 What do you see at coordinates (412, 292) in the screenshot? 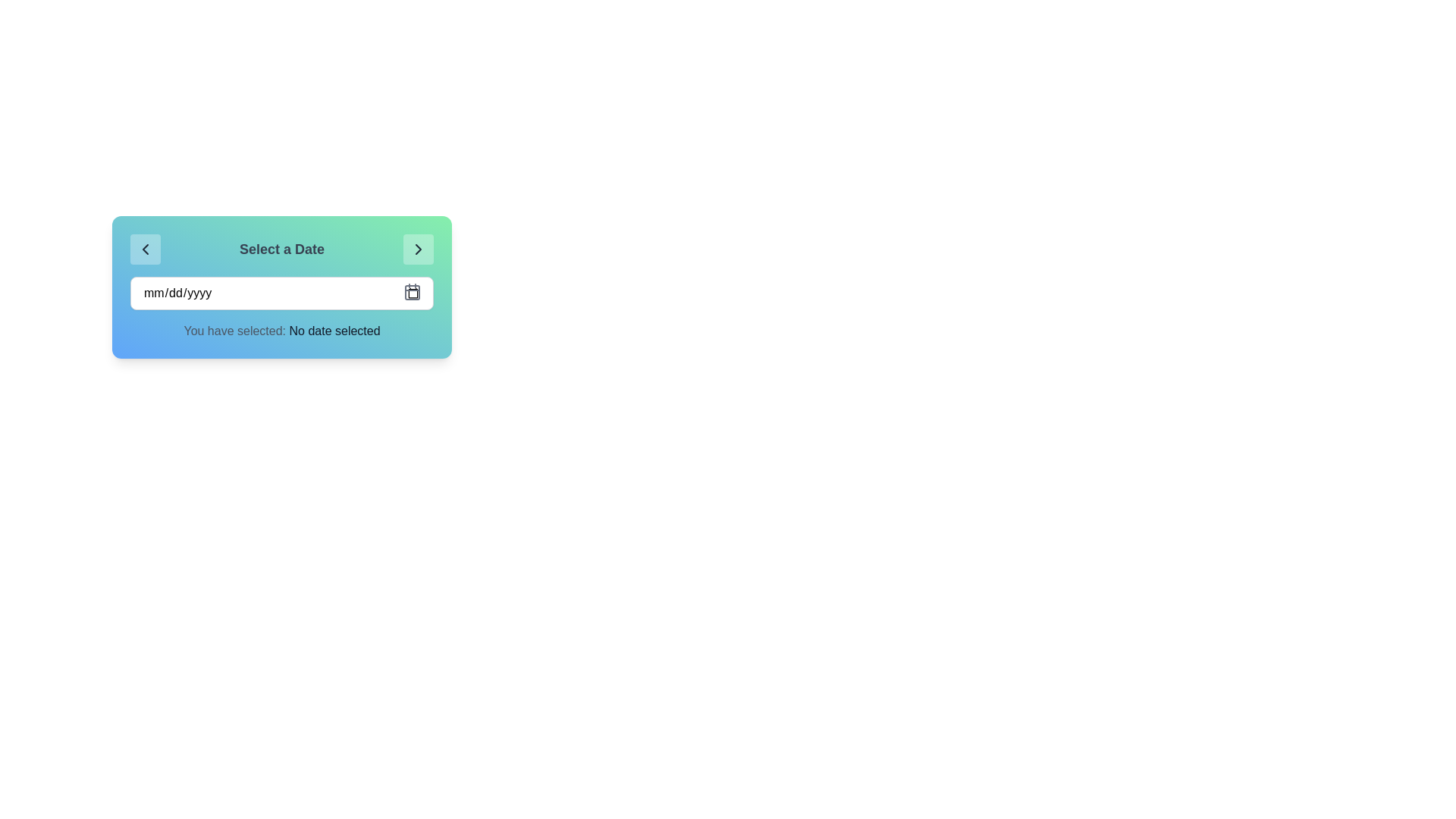
I see `the calendar icon button located at the top-right corner of the date input field` at bounding box center [412, 292].